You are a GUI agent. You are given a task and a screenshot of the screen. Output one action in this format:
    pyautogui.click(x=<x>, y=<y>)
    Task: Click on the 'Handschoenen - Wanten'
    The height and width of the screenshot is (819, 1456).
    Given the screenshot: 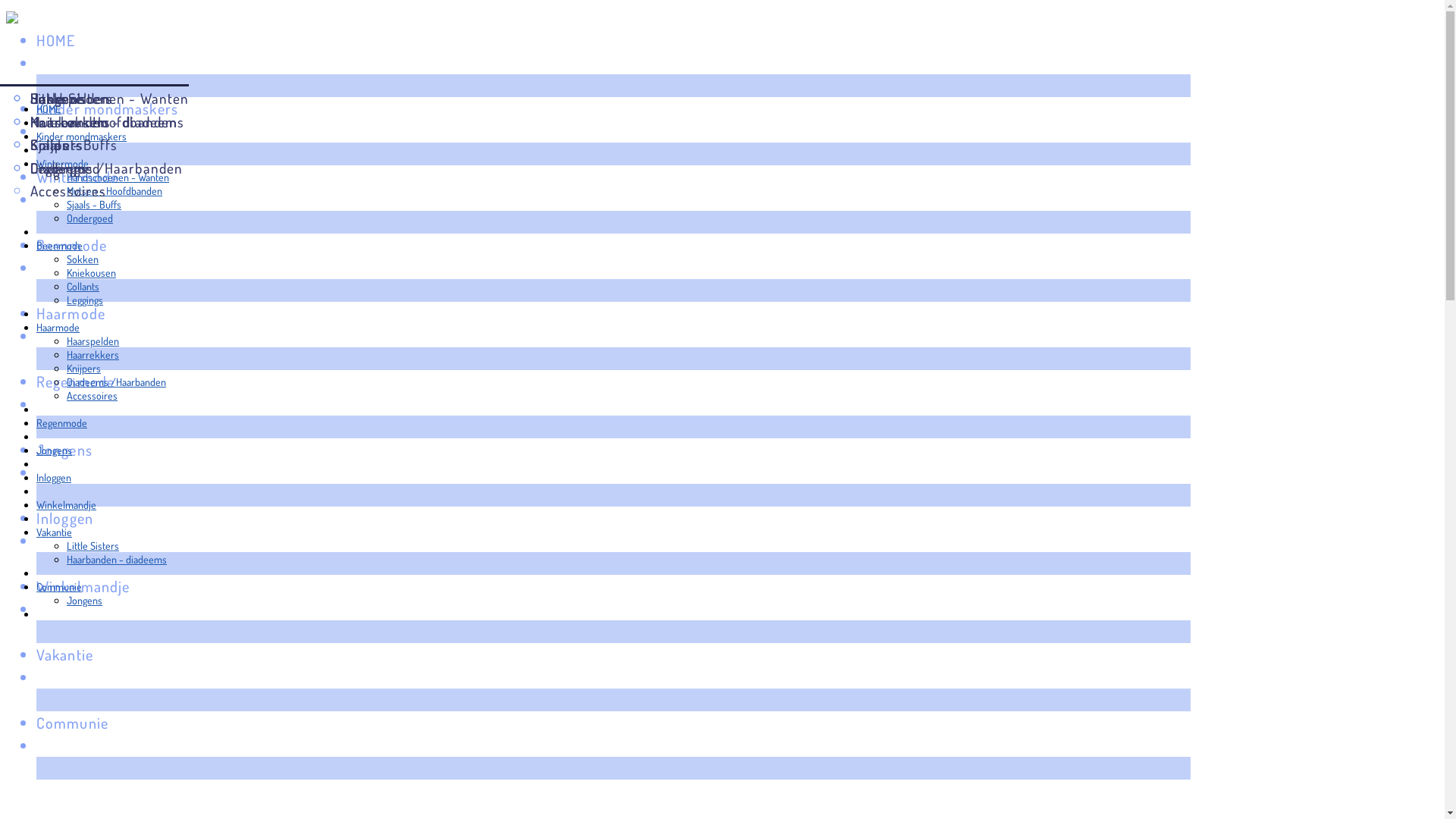 What is the action you would take?
    pyautogui.click(x=108, y=99)
    